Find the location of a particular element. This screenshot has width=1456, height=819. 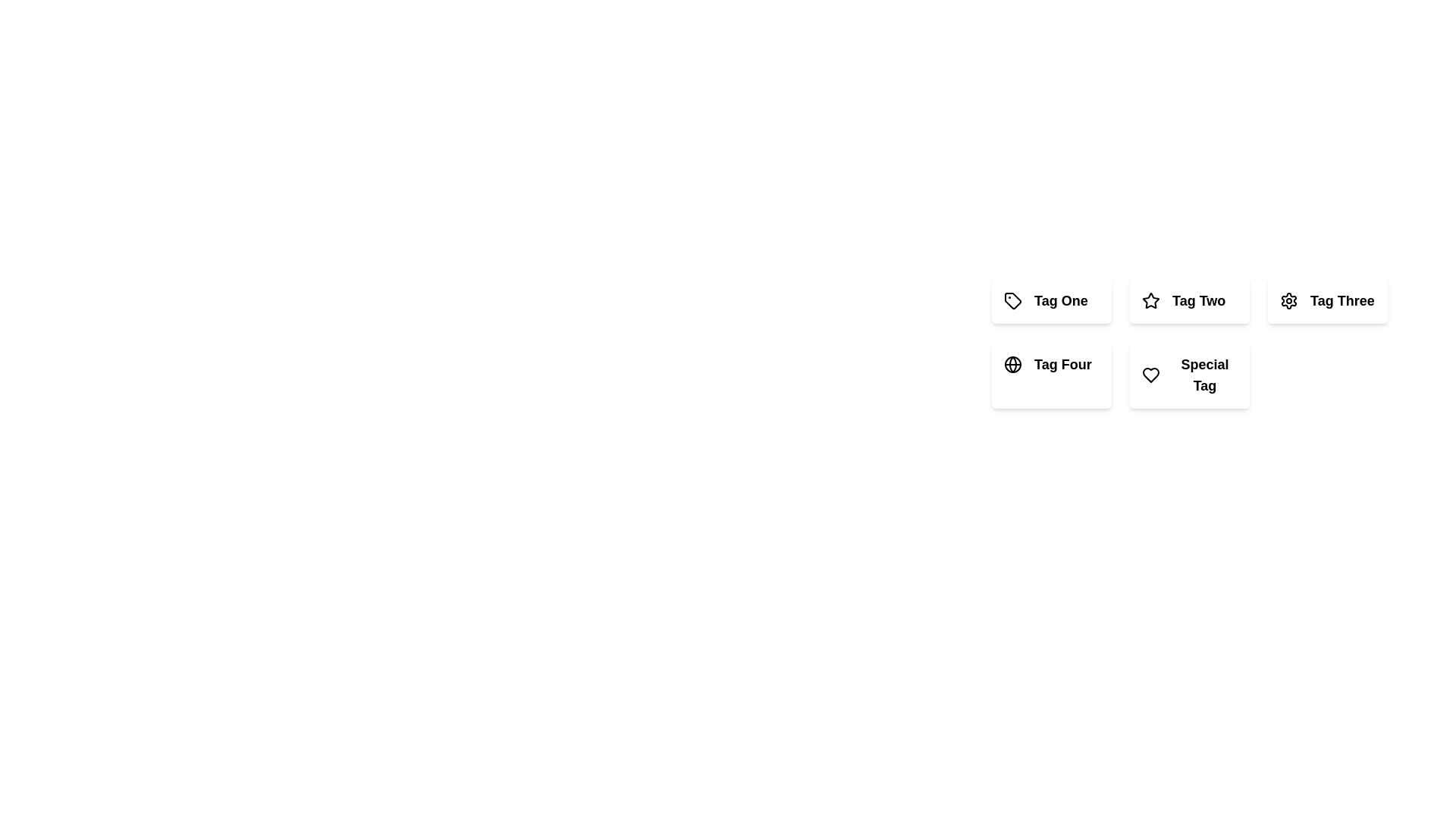

the star icon located to the left of the text 'Tag Two', which indicates importance or categorization is located at coordinates (1150, 301).